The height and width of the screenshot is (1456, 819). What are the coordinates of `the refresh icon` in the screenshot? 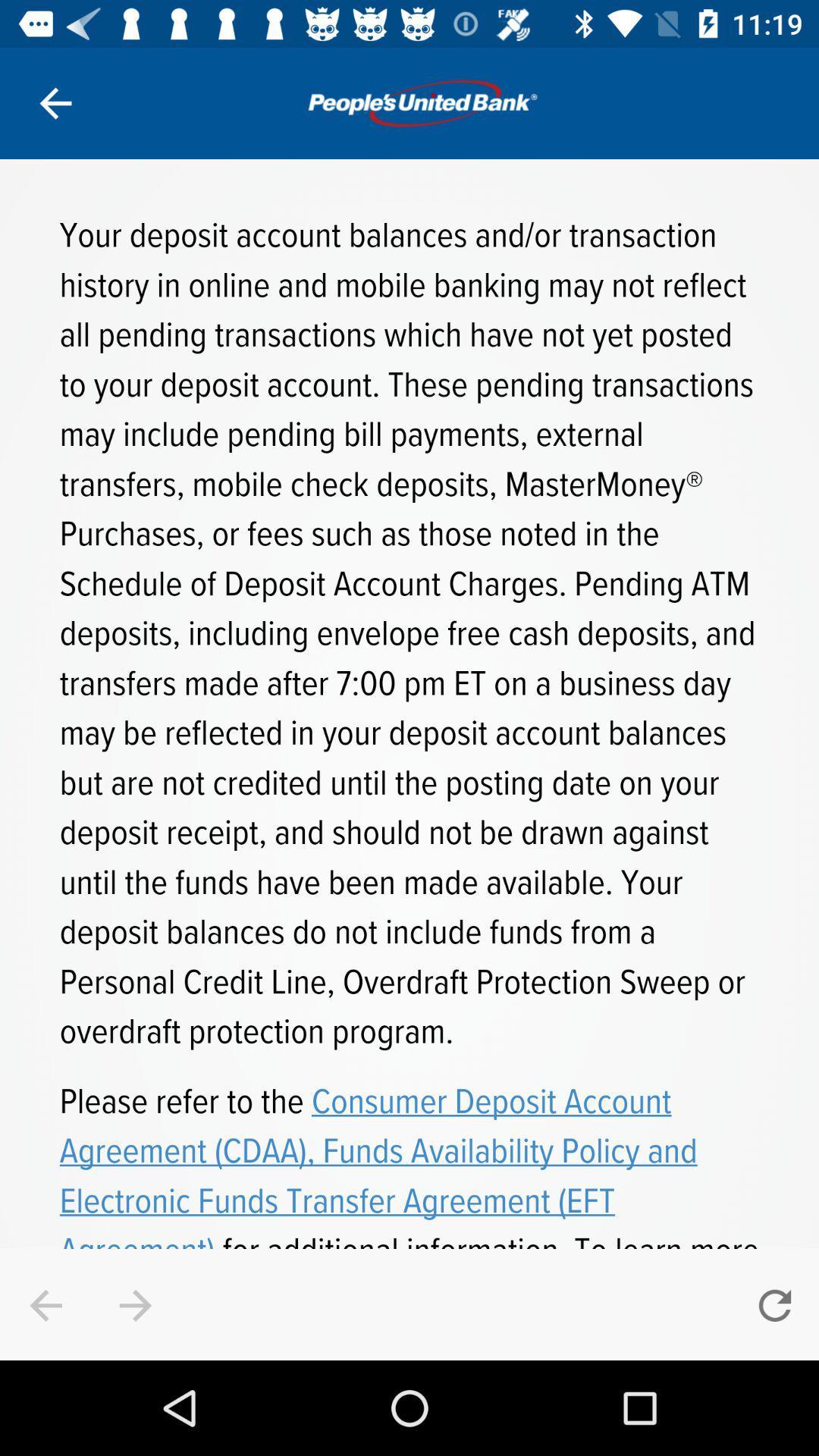 It's located at (773, 1304).